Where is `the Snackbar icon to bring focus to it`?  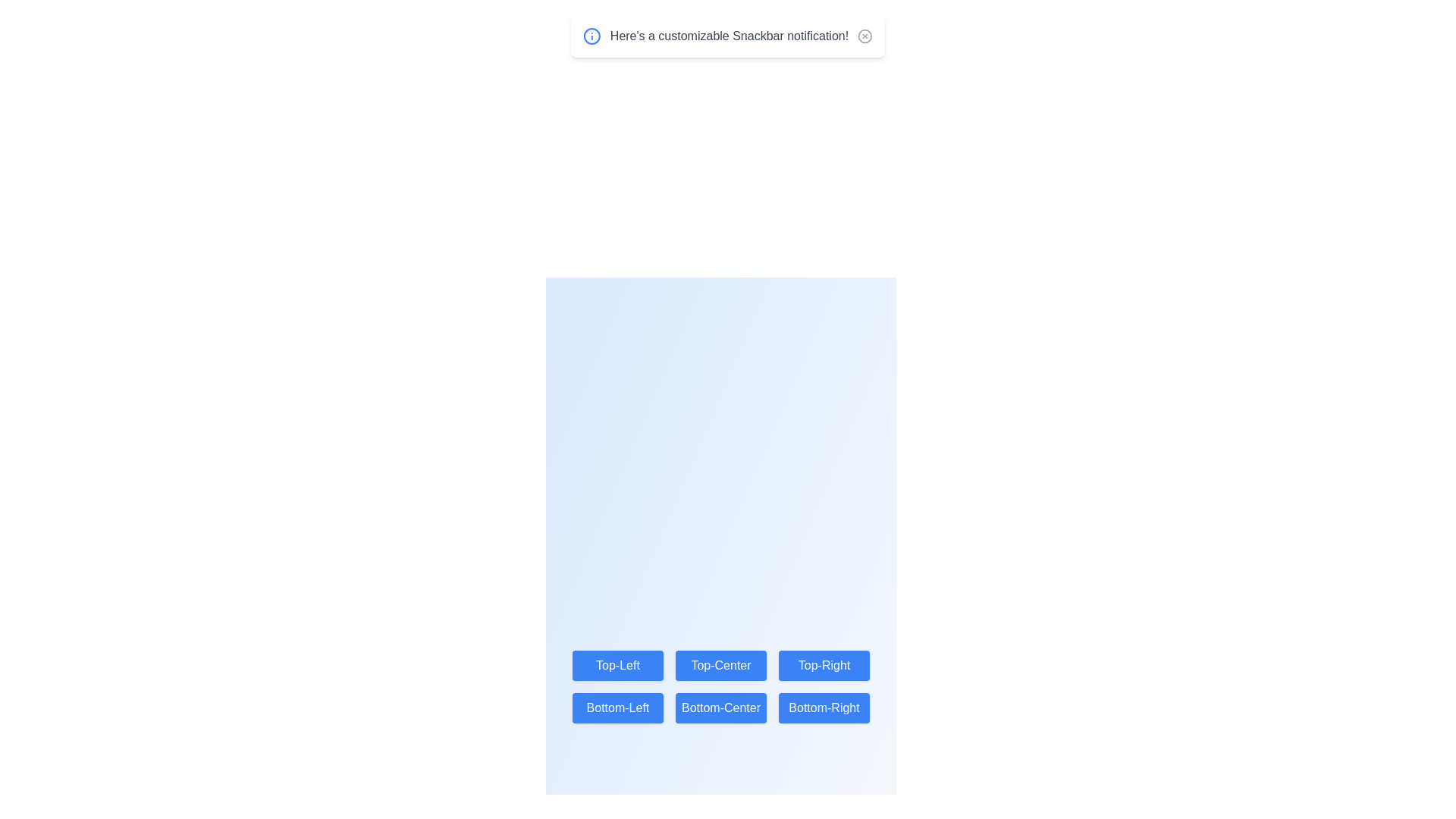 the Snackbar icon to bring focus to it is located at coordinates (591, 35).